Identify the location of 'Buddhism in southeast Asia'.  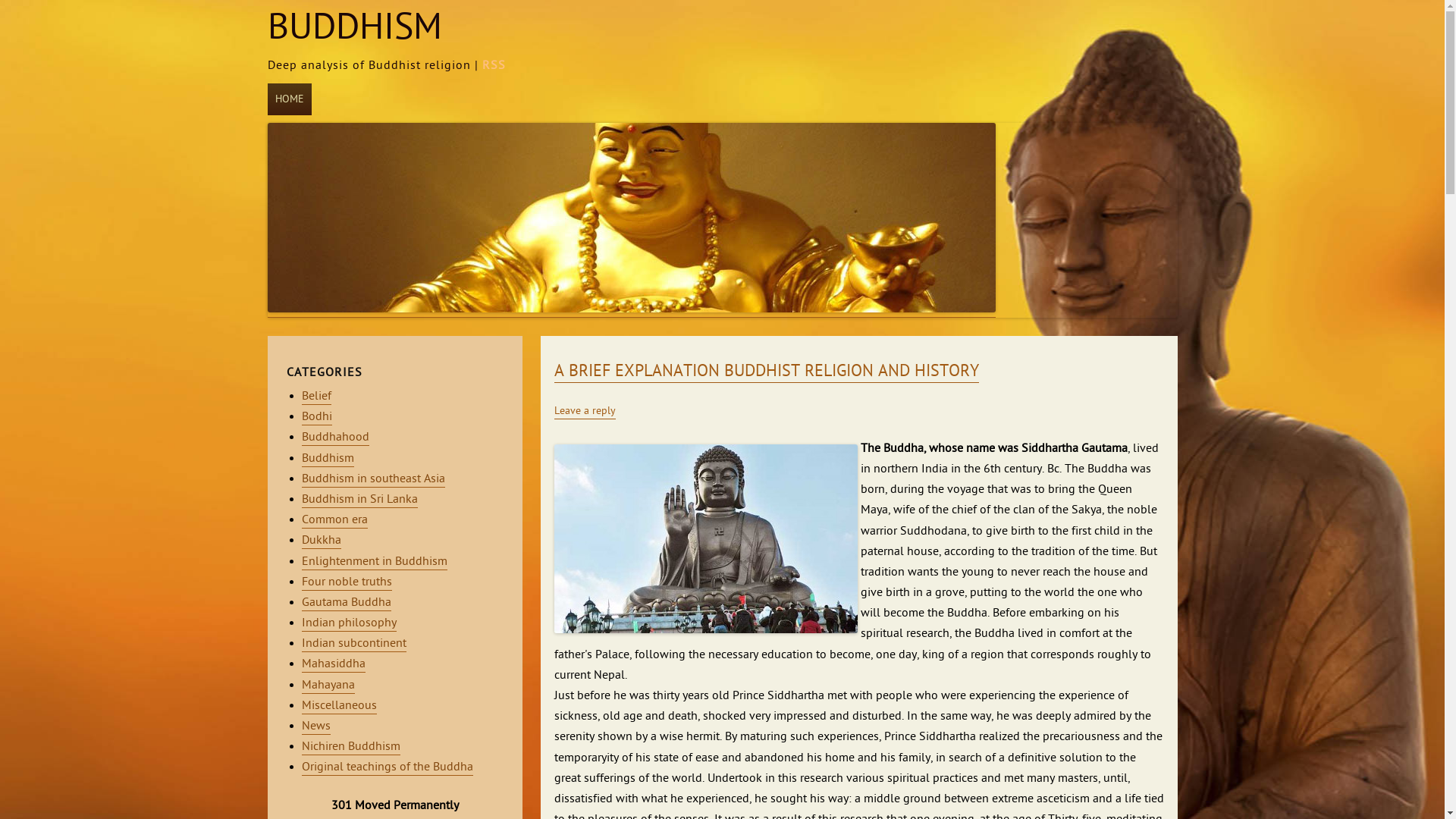
(373, 479).